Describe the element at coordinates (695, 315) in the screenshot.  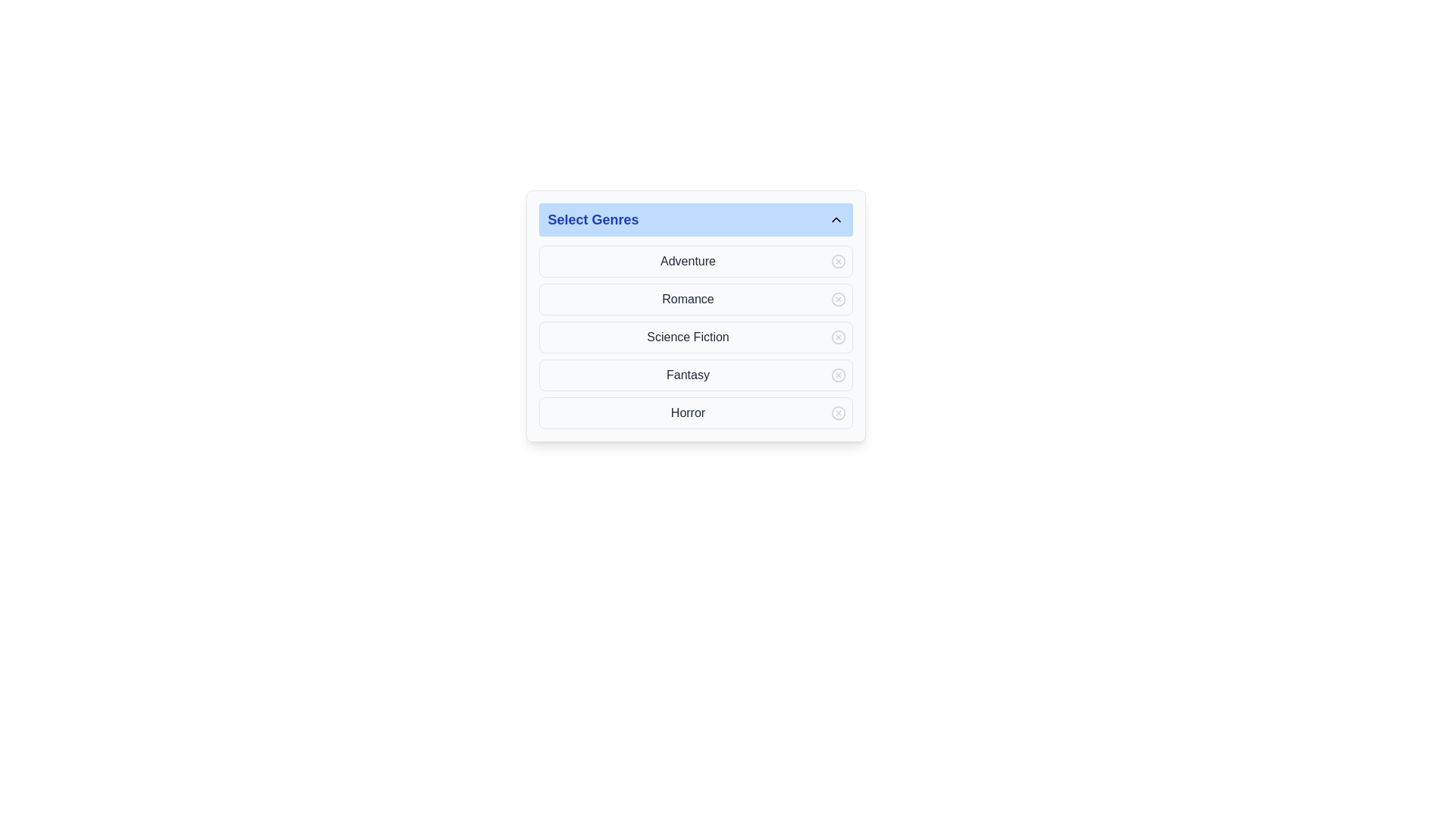
I see `the item in the Dropdown-style list selector located below the title 'Select Genres'` at that location.